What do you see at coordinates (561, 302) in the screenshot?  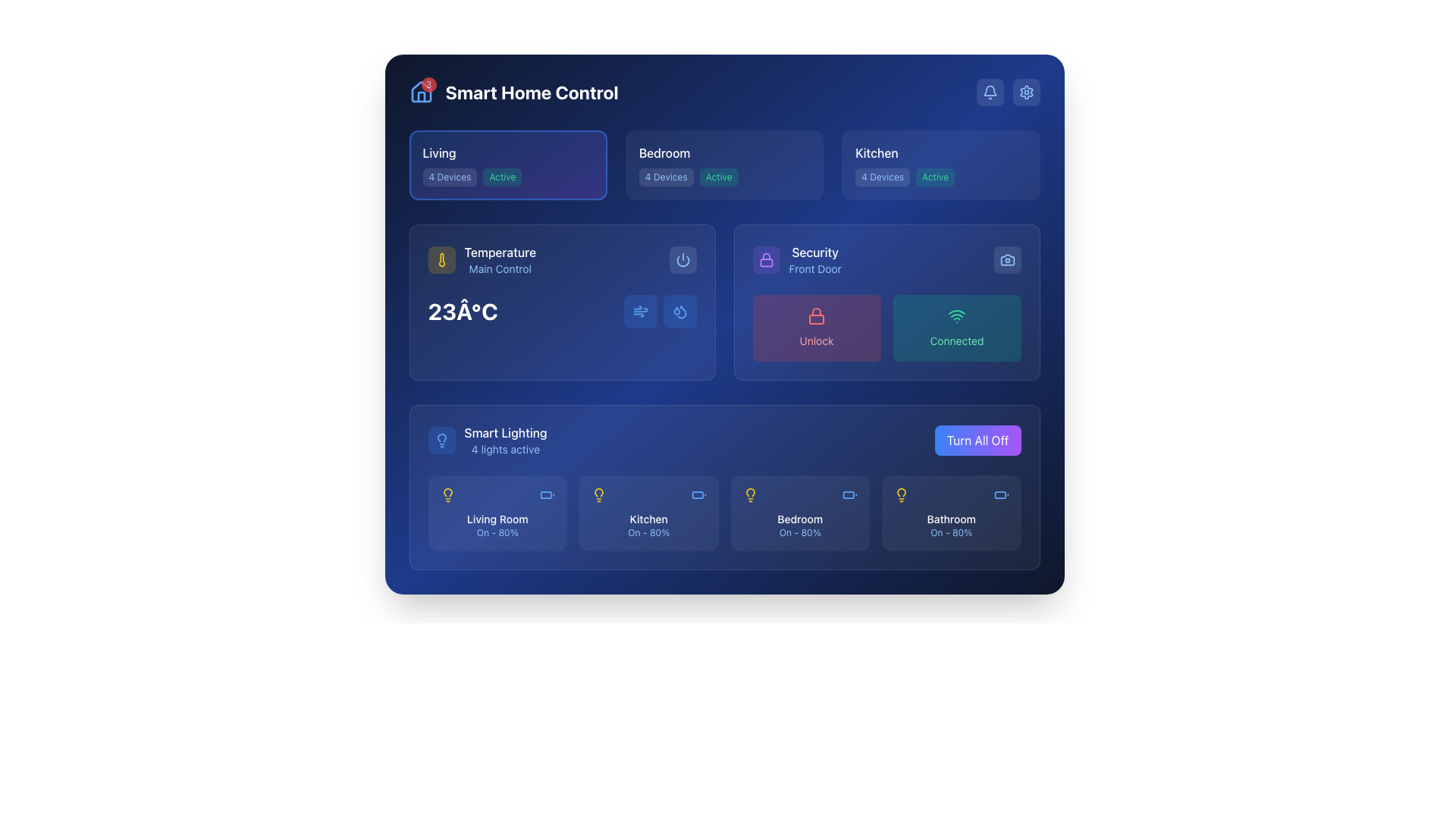 I see `the Dashboard card in the 'Smart Home Control' interface` at bounding box center [561, 302].